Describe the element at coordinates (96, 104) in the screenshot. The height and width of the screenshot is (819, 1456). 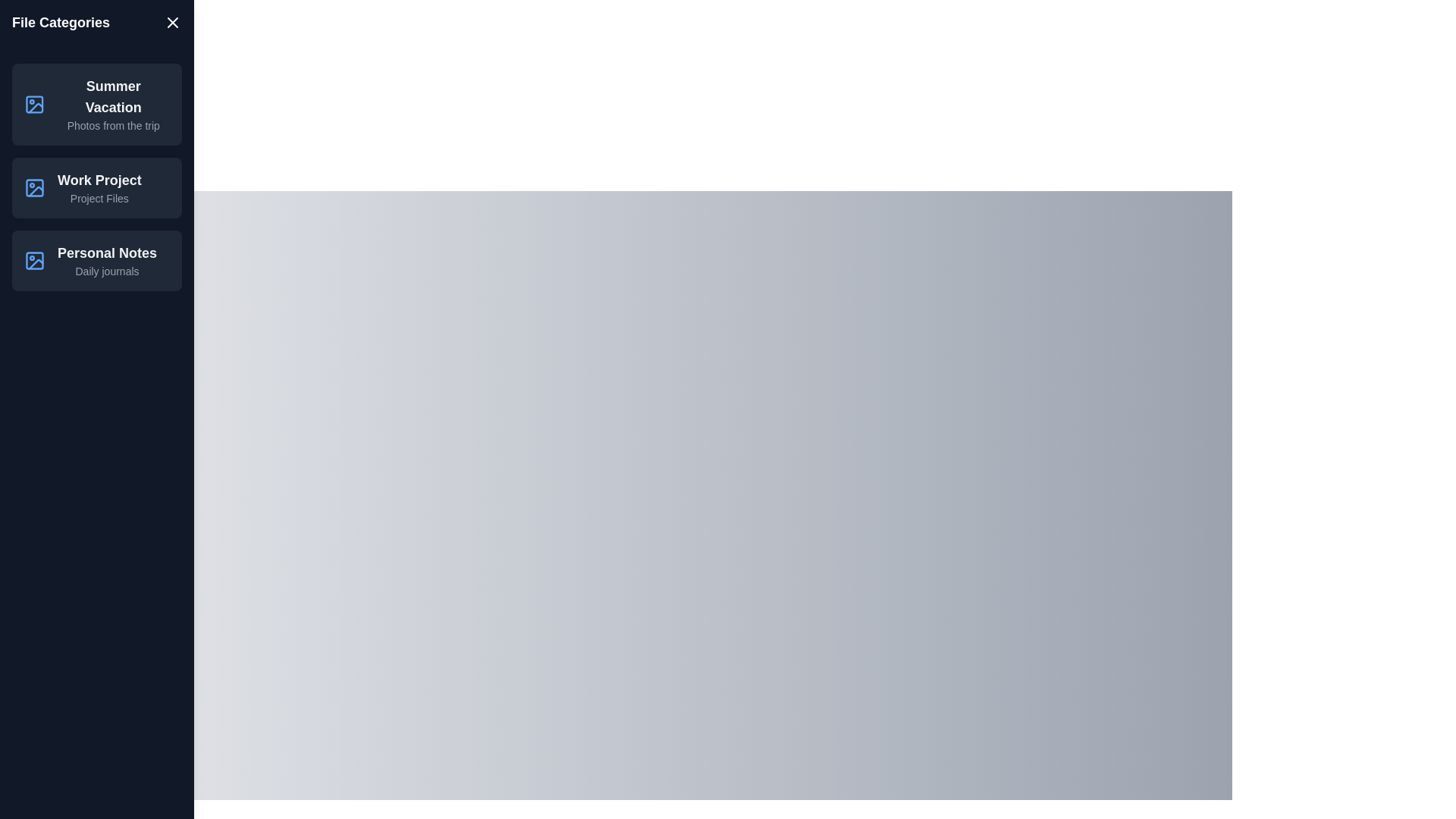
I see `the item Summer Vacation from the list to view its details` at that location.